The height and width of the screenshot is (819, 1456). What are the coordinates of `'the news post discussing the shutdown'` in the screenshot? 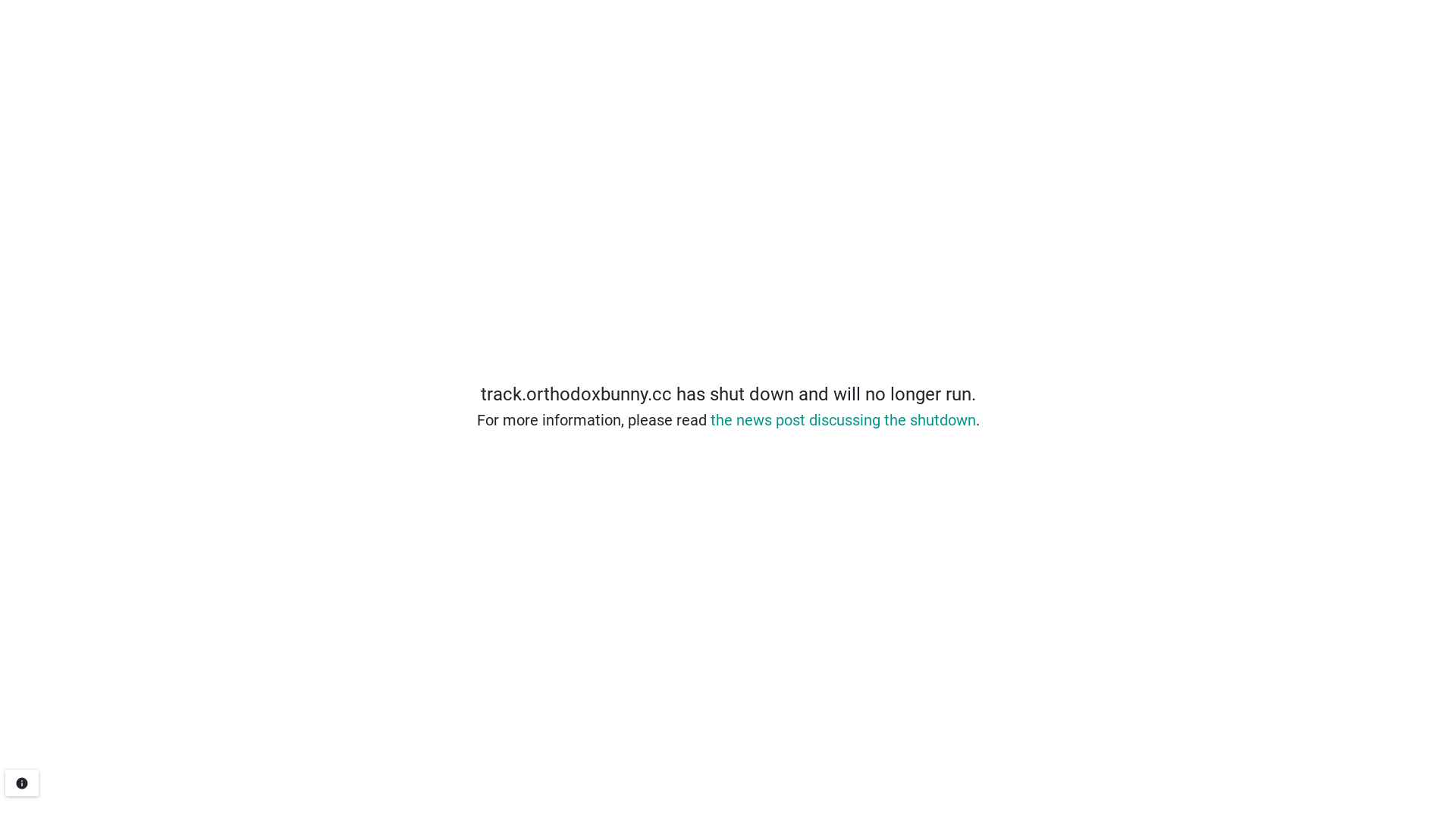 It's located at (841, 420).